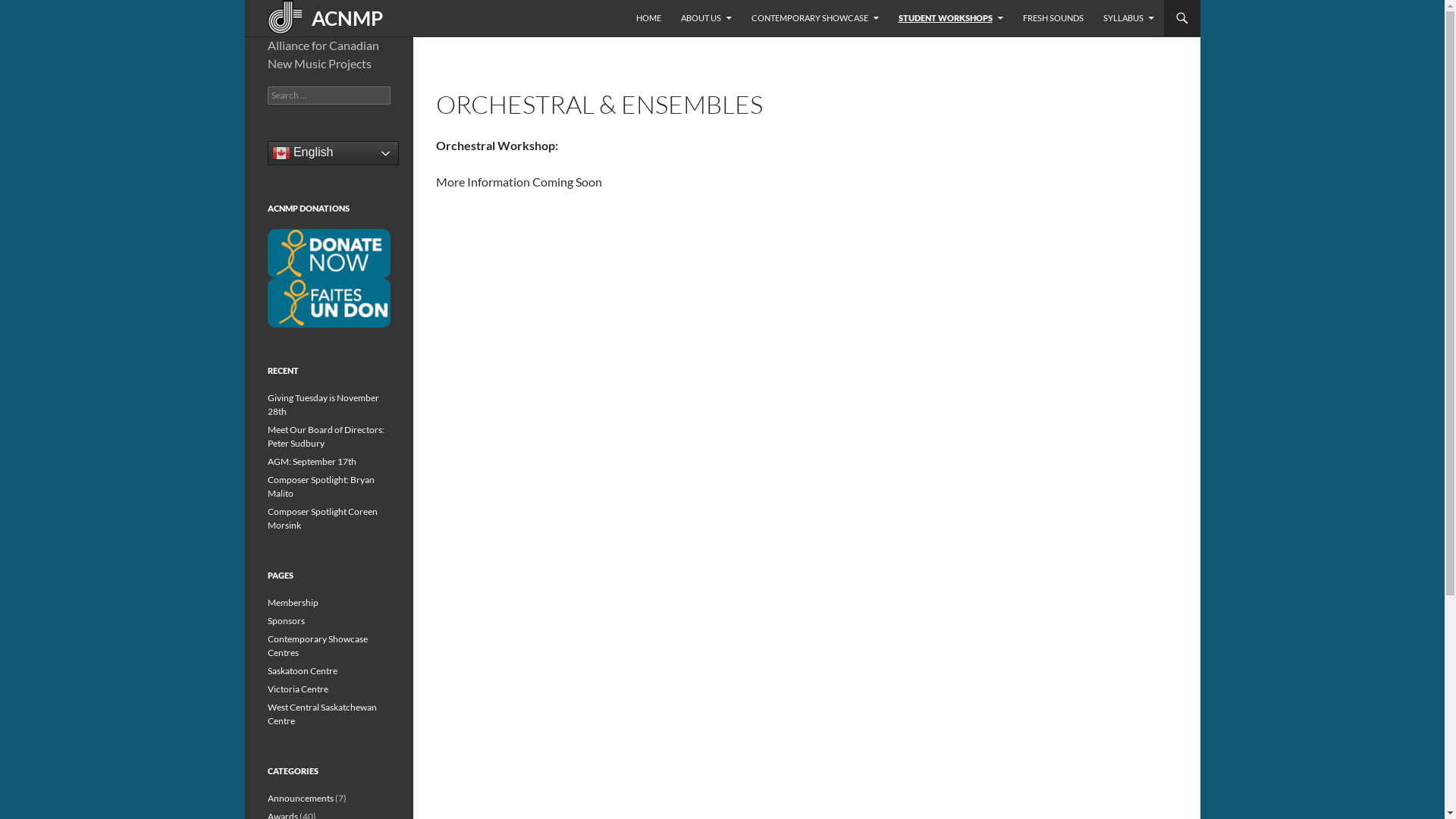 Image resolution: width=1456 pixels, height=819 pixels. I want to click on 'Announcements', so click(266, 797).